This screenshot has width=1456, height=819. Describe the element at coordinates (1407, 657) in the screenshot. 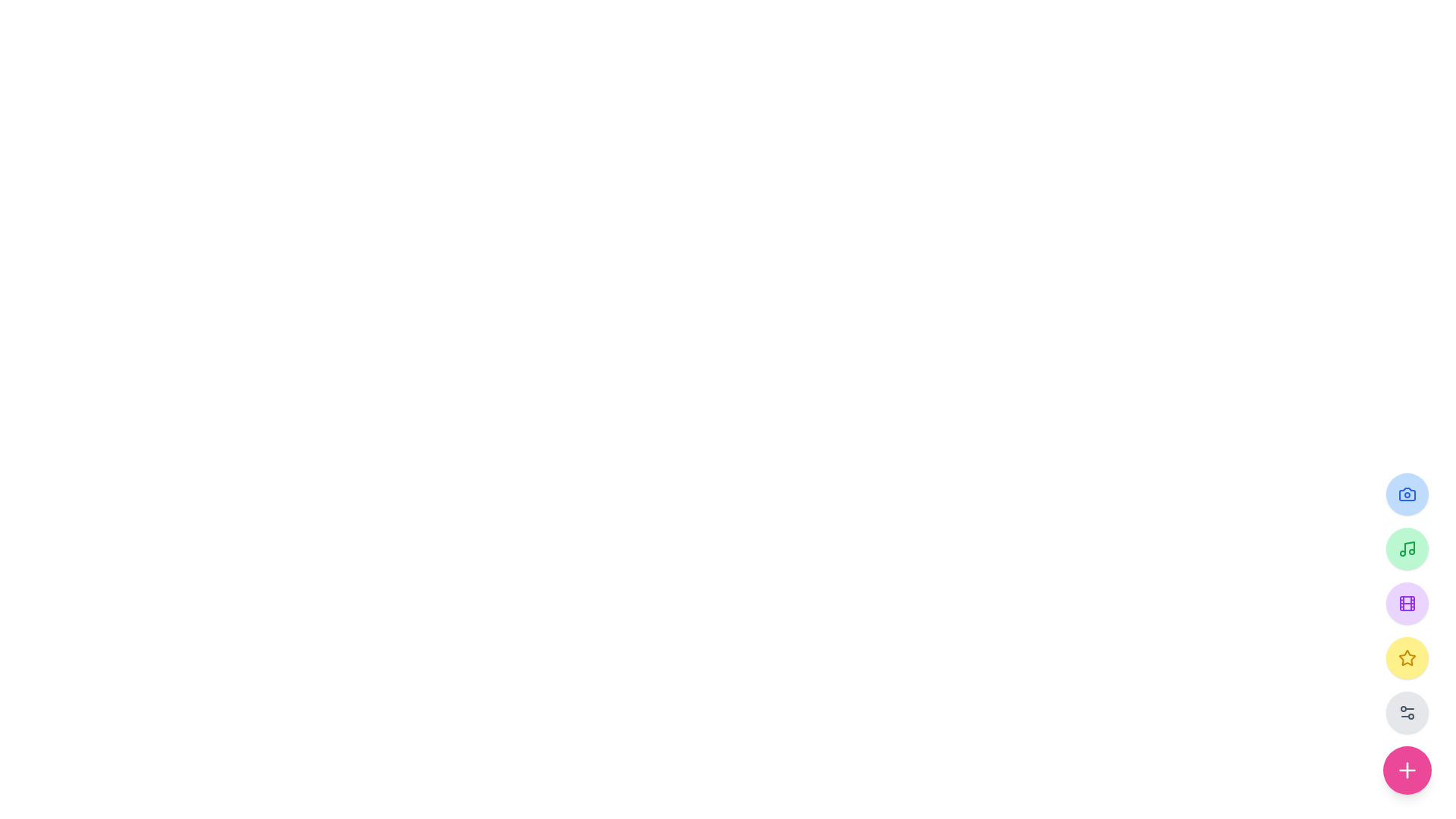

I see `the star-shaped icon with a yellow outer line within the fourth button of the right-aligned vertical toolbar` at that location.